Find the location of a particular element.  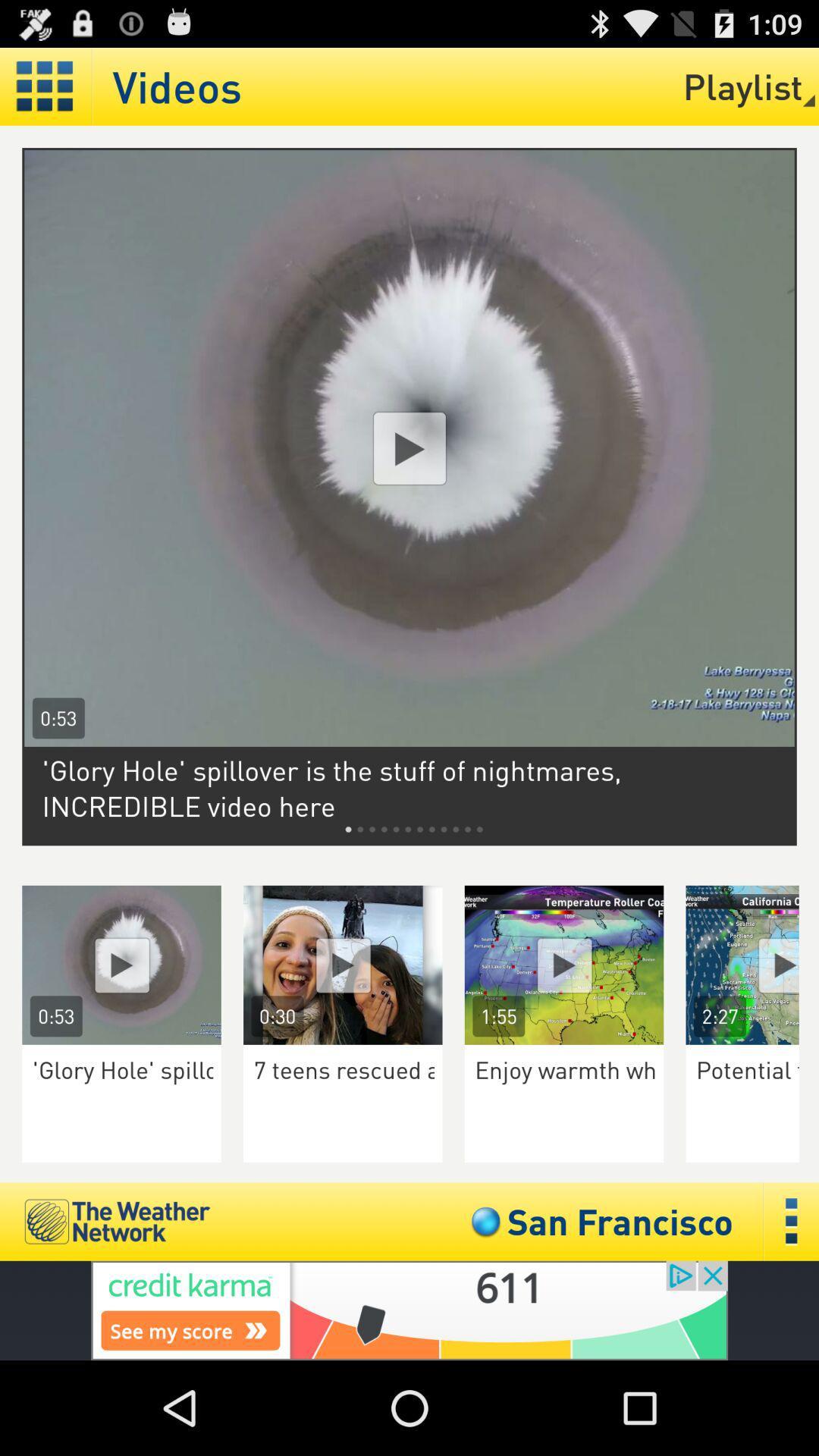

video is located at coordinates (343, 964).